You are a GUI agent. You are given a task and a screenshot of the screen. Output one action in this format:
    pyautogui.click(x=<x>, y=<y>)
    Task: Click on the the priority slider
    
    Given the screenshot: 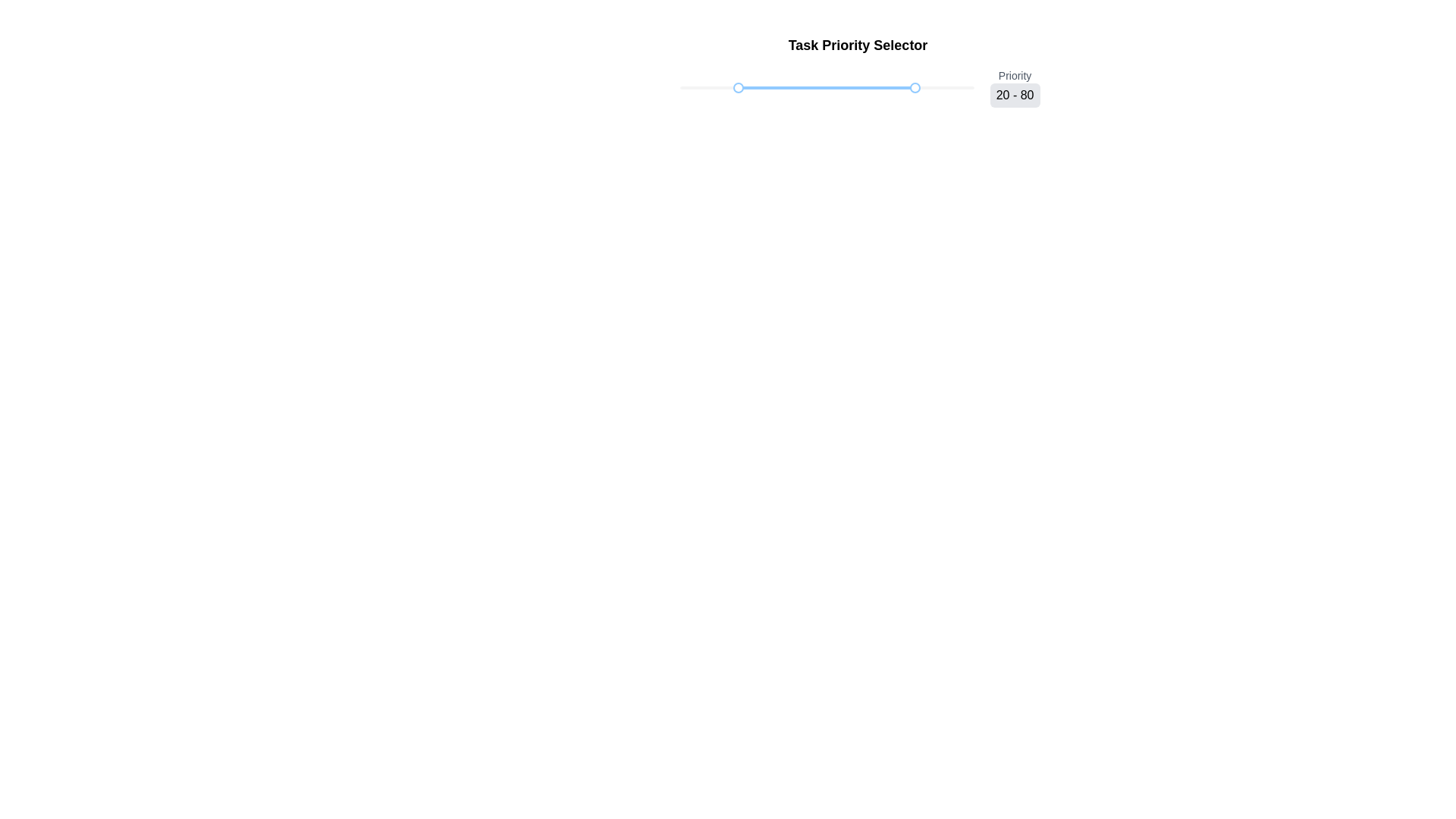 What is the action you would take?
    pyautogui.click(x=913, y=87)
    